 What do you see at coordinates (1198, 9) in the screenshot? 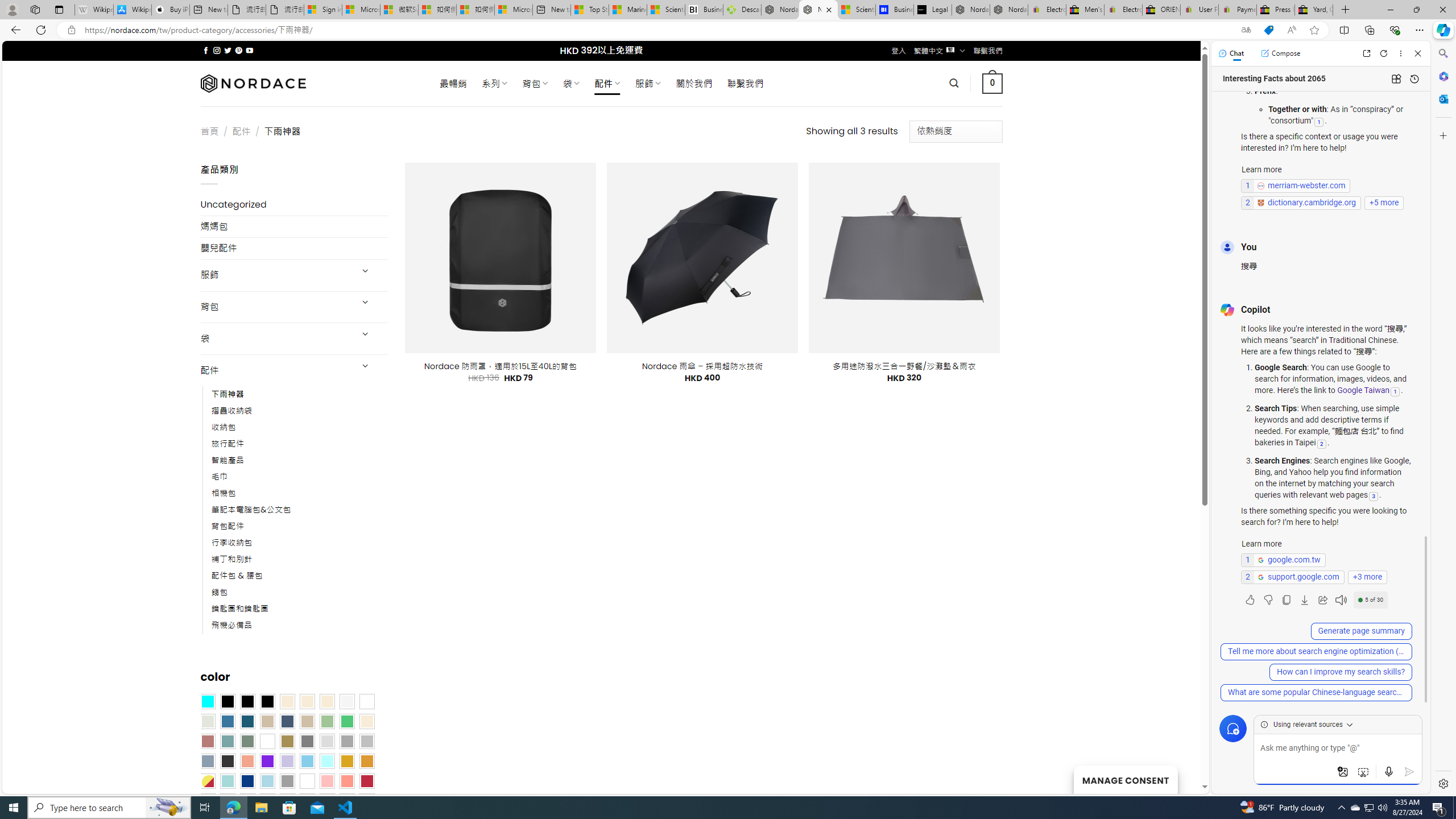
I see `'User Privacy Notice | eBay'` at bounding box center [1198, 9].